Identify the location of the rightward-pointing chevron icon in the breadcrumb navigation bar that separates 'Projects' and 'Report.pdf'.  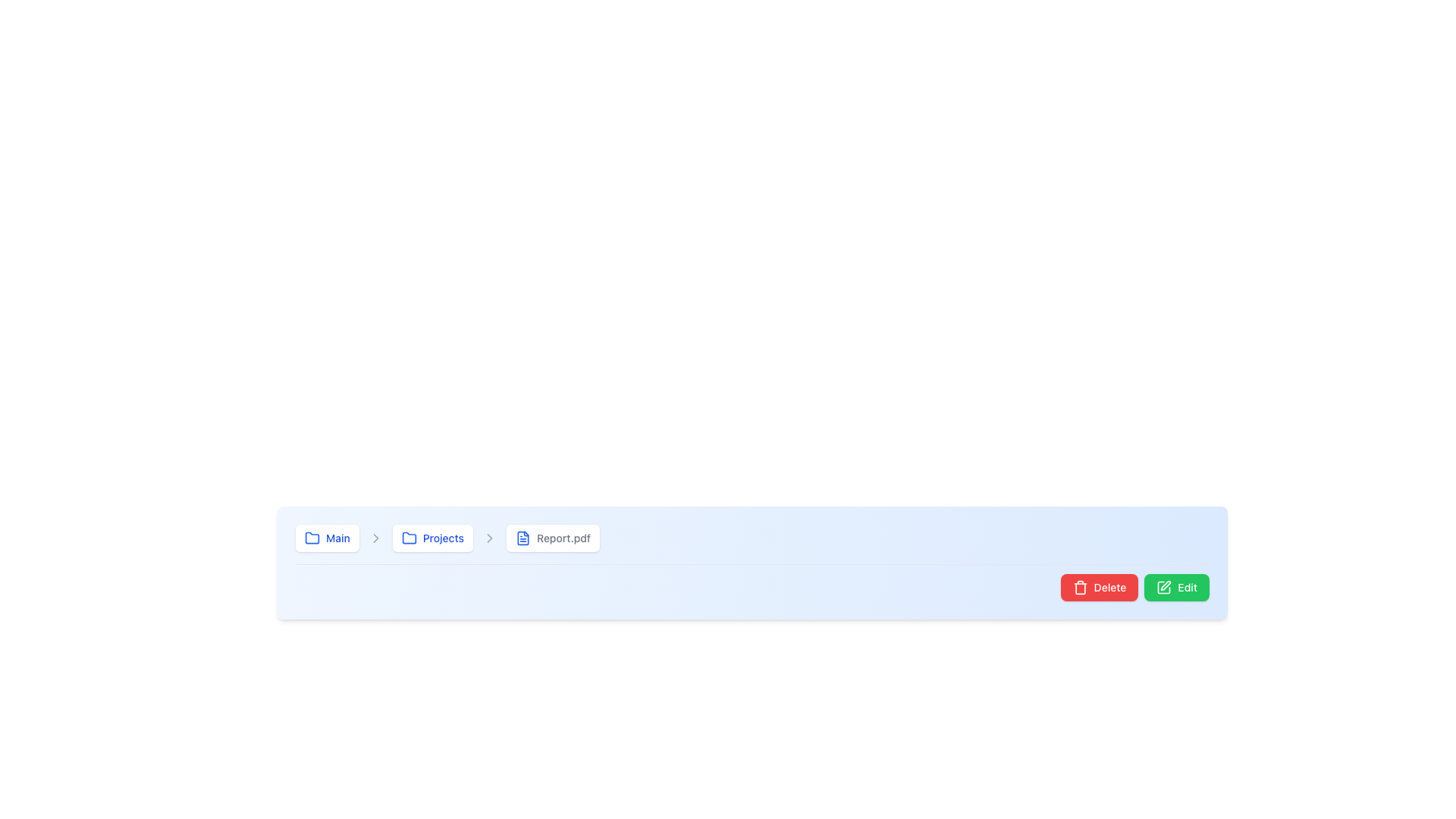
(375, 537).